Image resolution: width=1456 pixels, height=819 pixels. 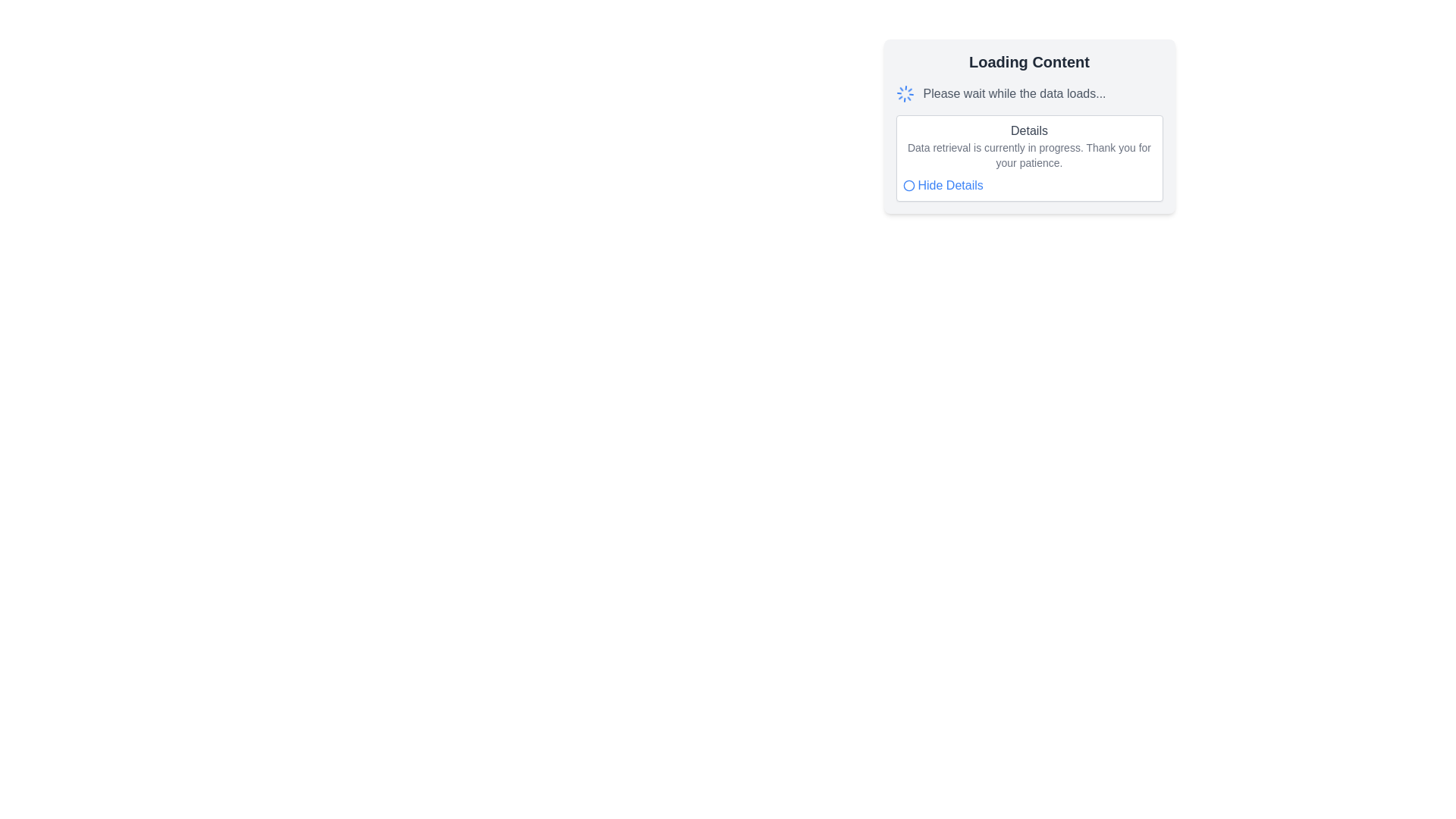 I want to click on the Circle icon with a thin border located close to the 'Hide Details' text link in the center of the dialog box under the 'Details' section, so click(x=908, y=185).